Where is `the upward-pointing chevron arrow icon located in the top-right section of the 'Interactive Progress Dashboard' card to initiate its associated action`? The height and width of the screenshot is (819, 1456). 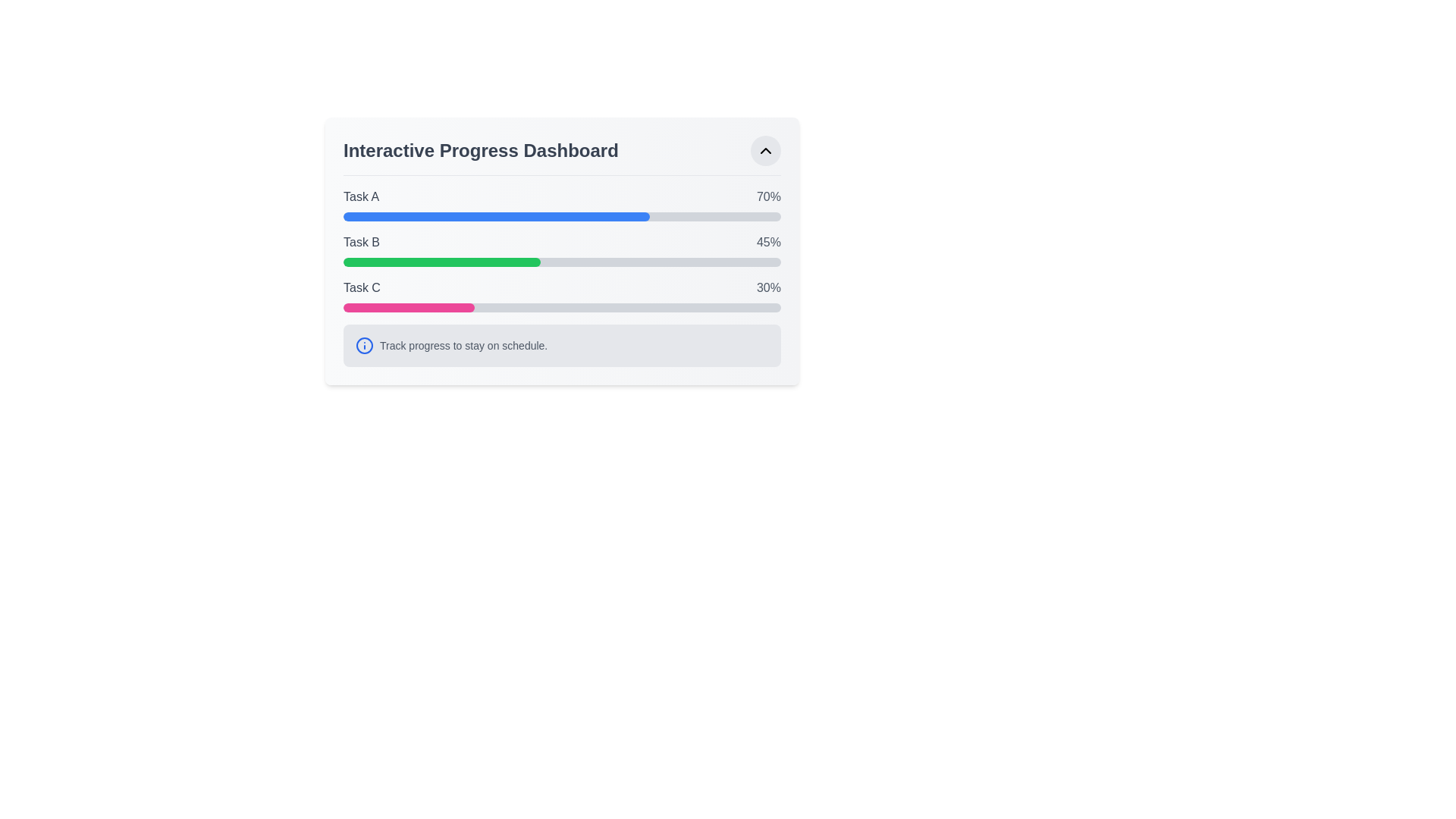
the upward-pointing chevron arrow icon located in the top-right section of the 'Interactive Progress Dashboard' card to initiate its associated action is located at coordinates (765, 151).